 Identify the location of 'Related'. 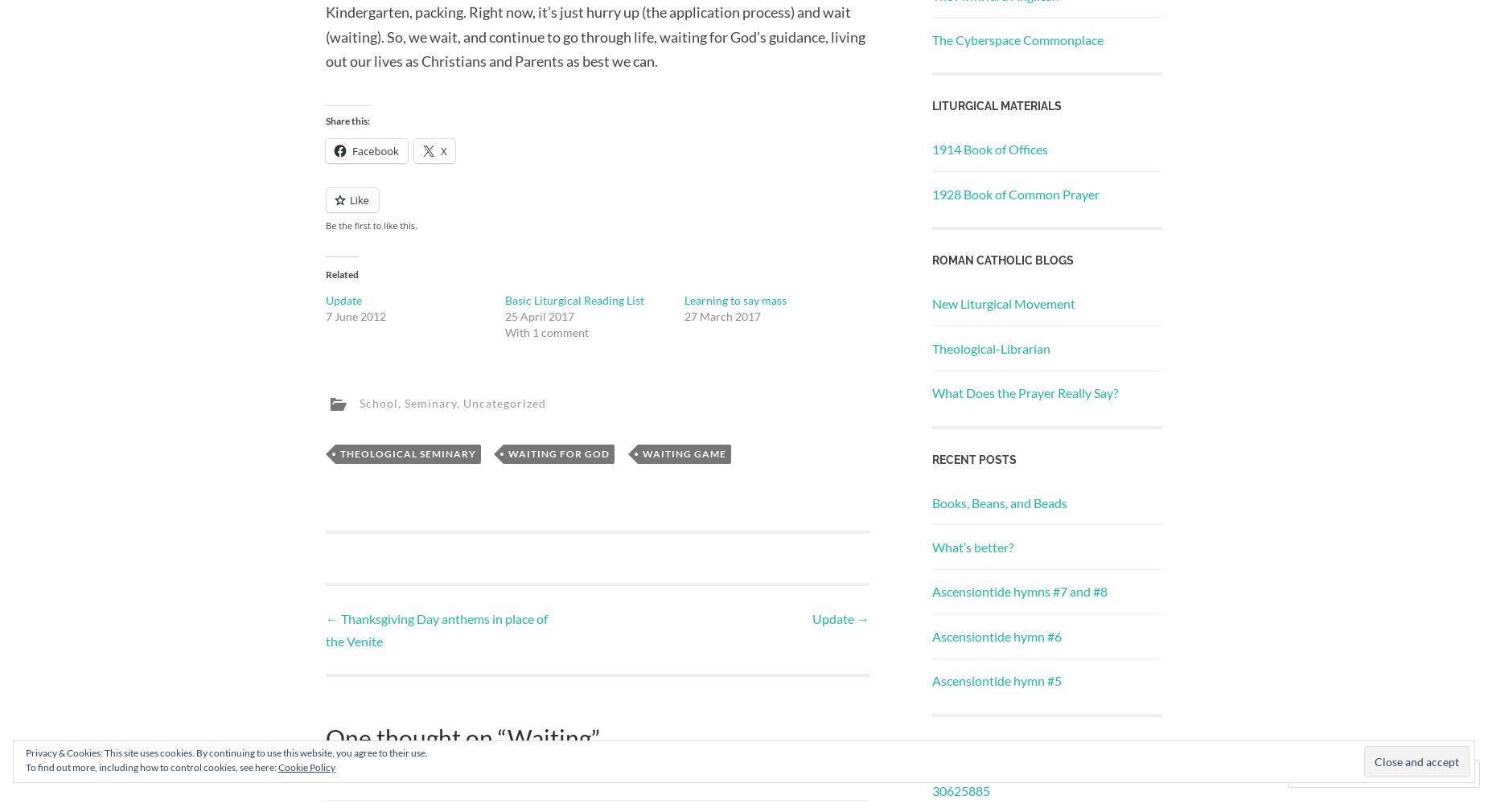
(341, 273).